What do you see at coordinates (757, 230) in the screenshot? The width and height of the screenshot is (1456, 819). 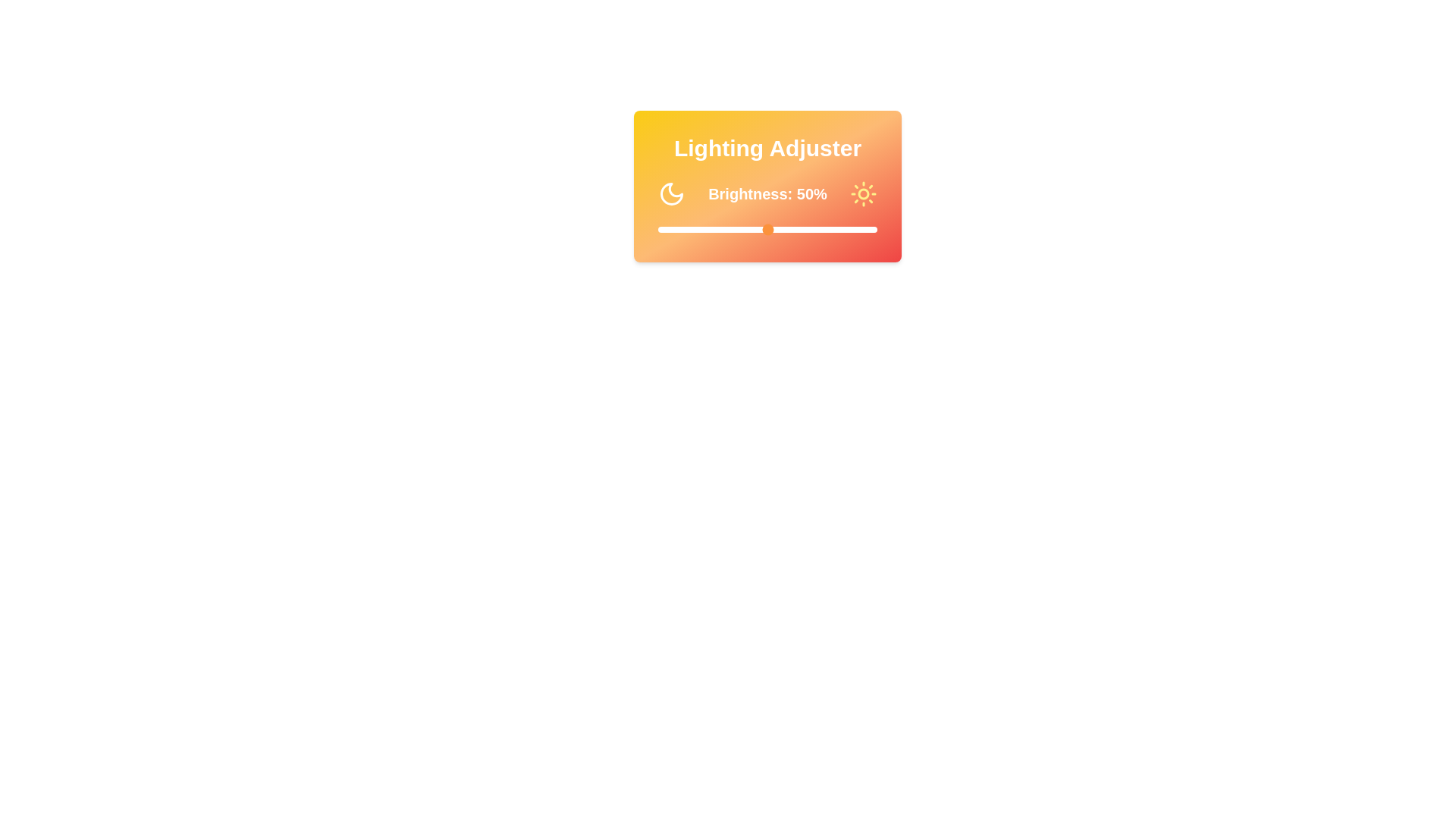 I see `the brightness slider to 45%` at bounding box center [757, 230].